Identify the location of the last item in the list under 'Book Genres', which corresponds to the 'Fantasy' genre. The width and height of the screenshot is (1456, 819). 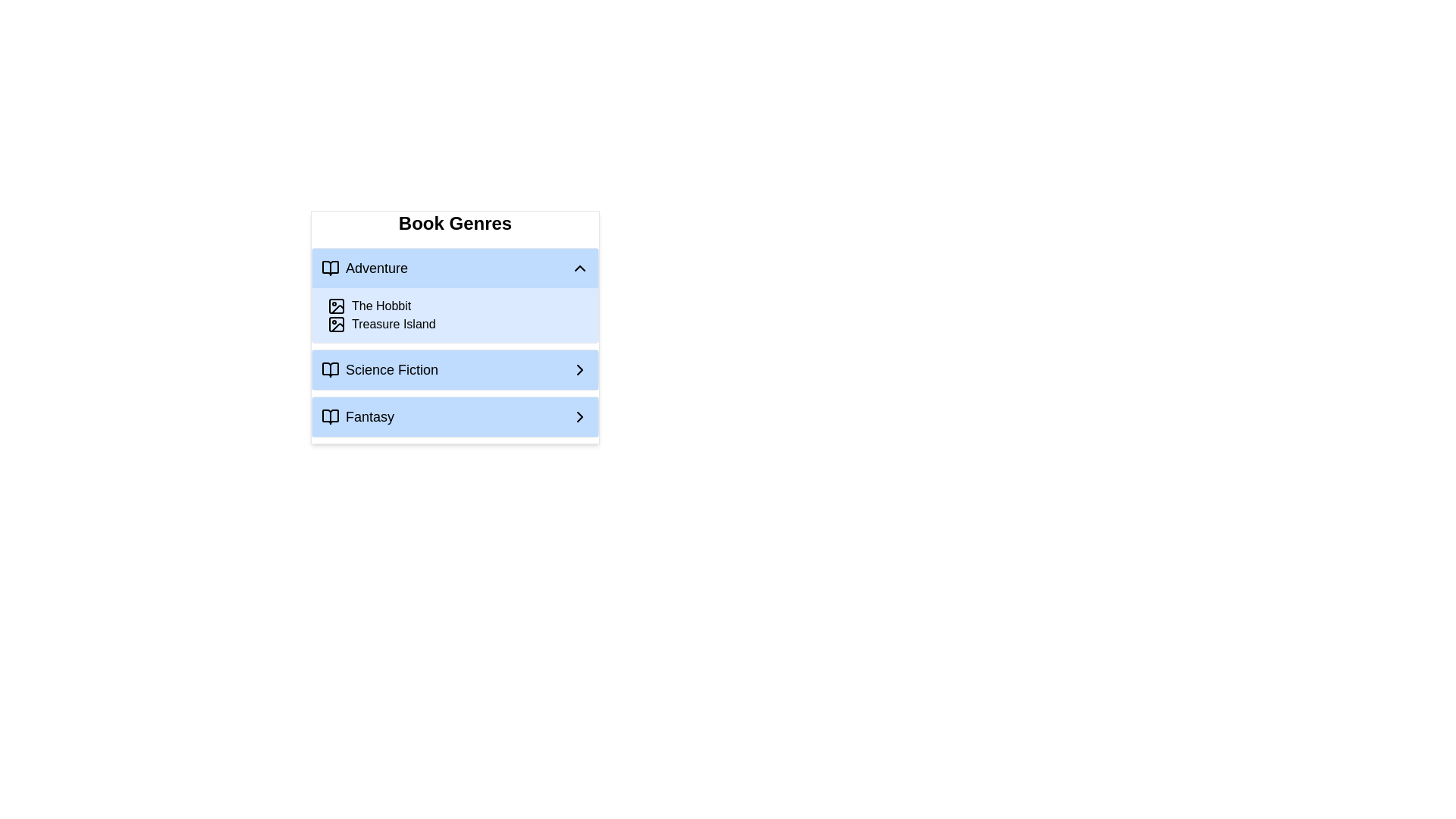
(454, 417).